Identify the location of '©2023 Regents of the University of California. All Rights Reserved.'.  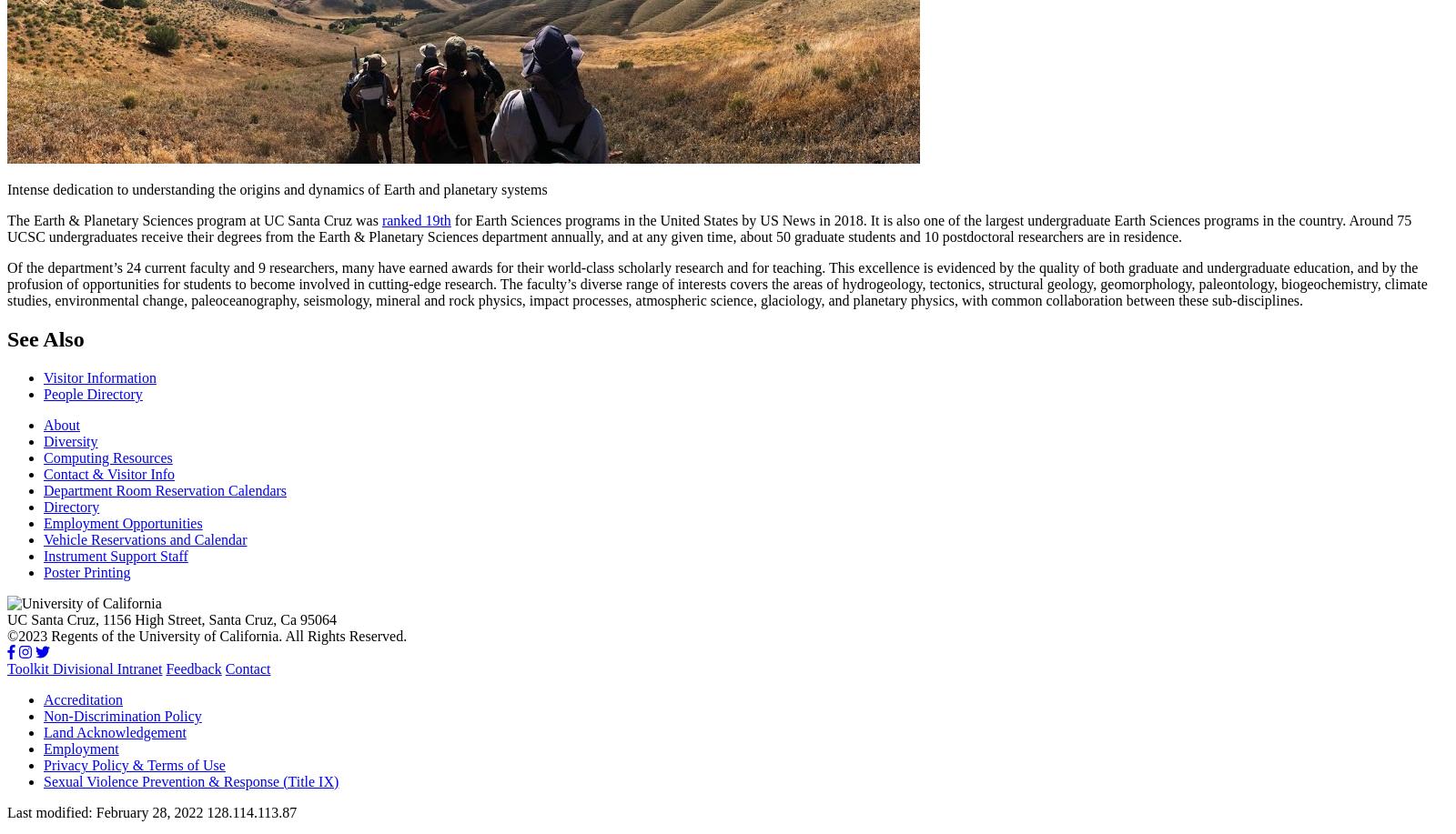
(6, 635).